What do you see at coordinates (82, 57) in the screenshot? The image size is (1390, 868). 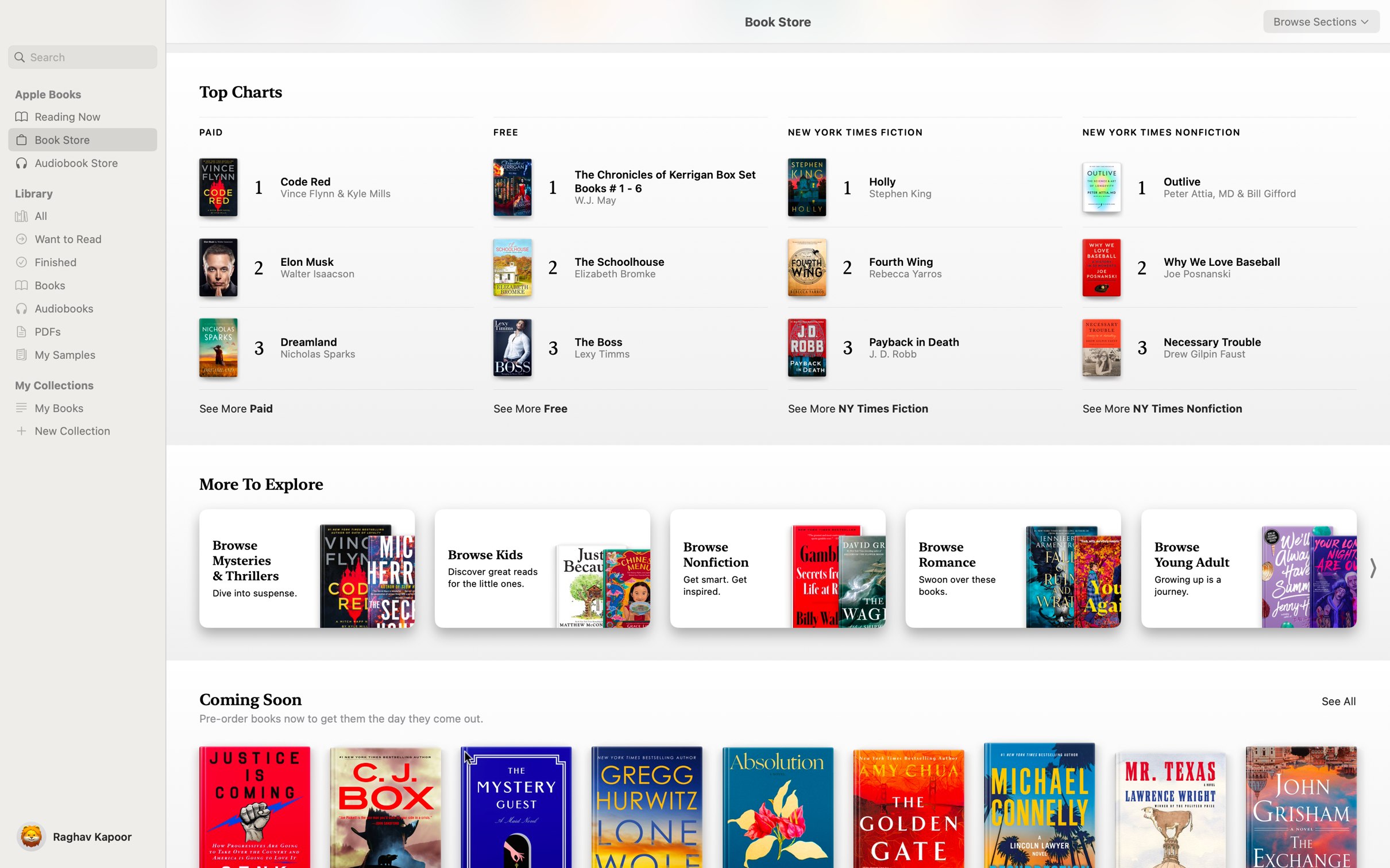 I see `Use the search to find book "The Power of Now` at bounding box center [82, 57].